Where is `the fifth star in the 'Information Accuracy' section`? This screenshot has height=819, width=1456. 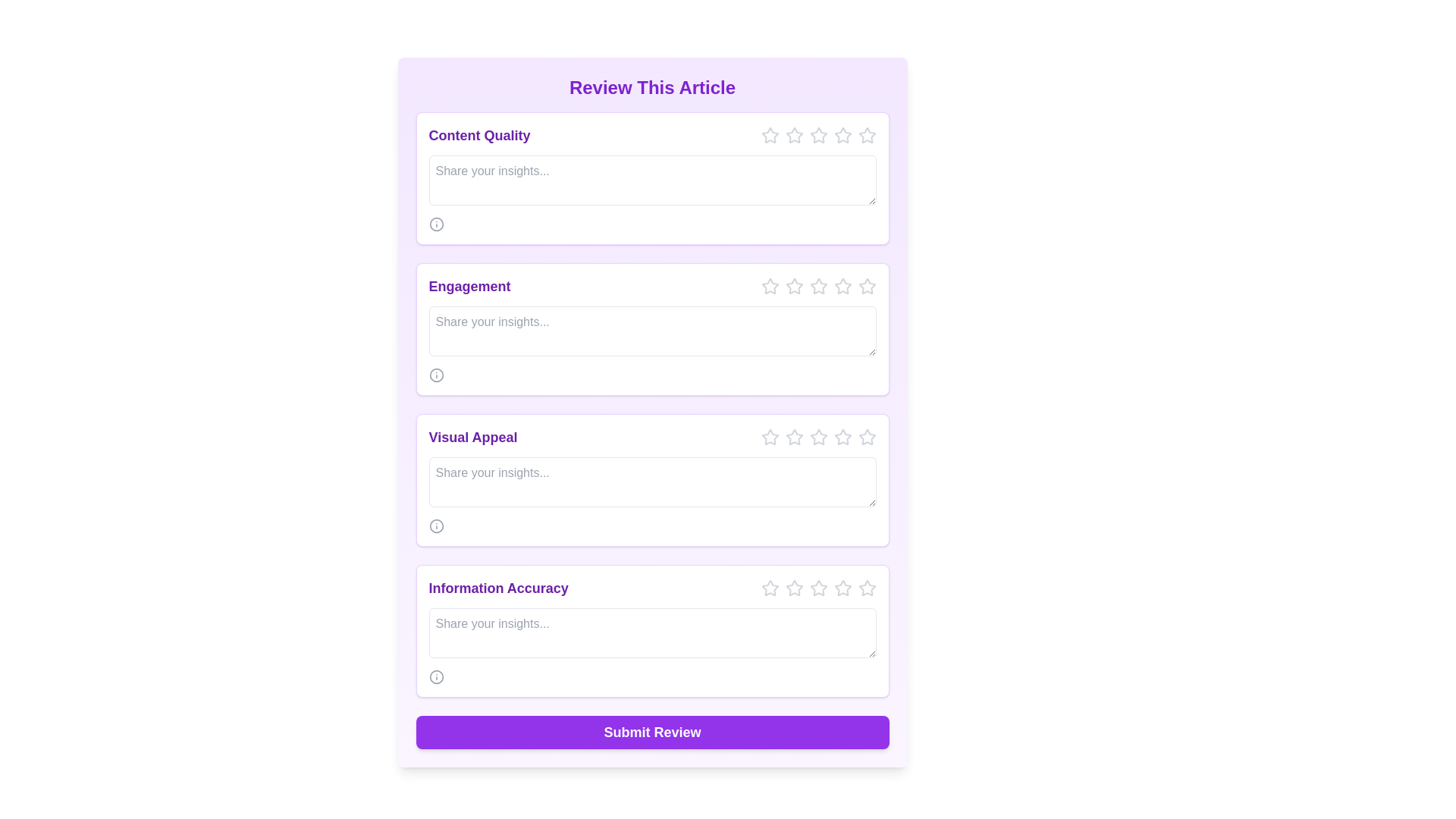
the fifth star in the 'Information Accuracy' section is located at coordinates (841, 587).